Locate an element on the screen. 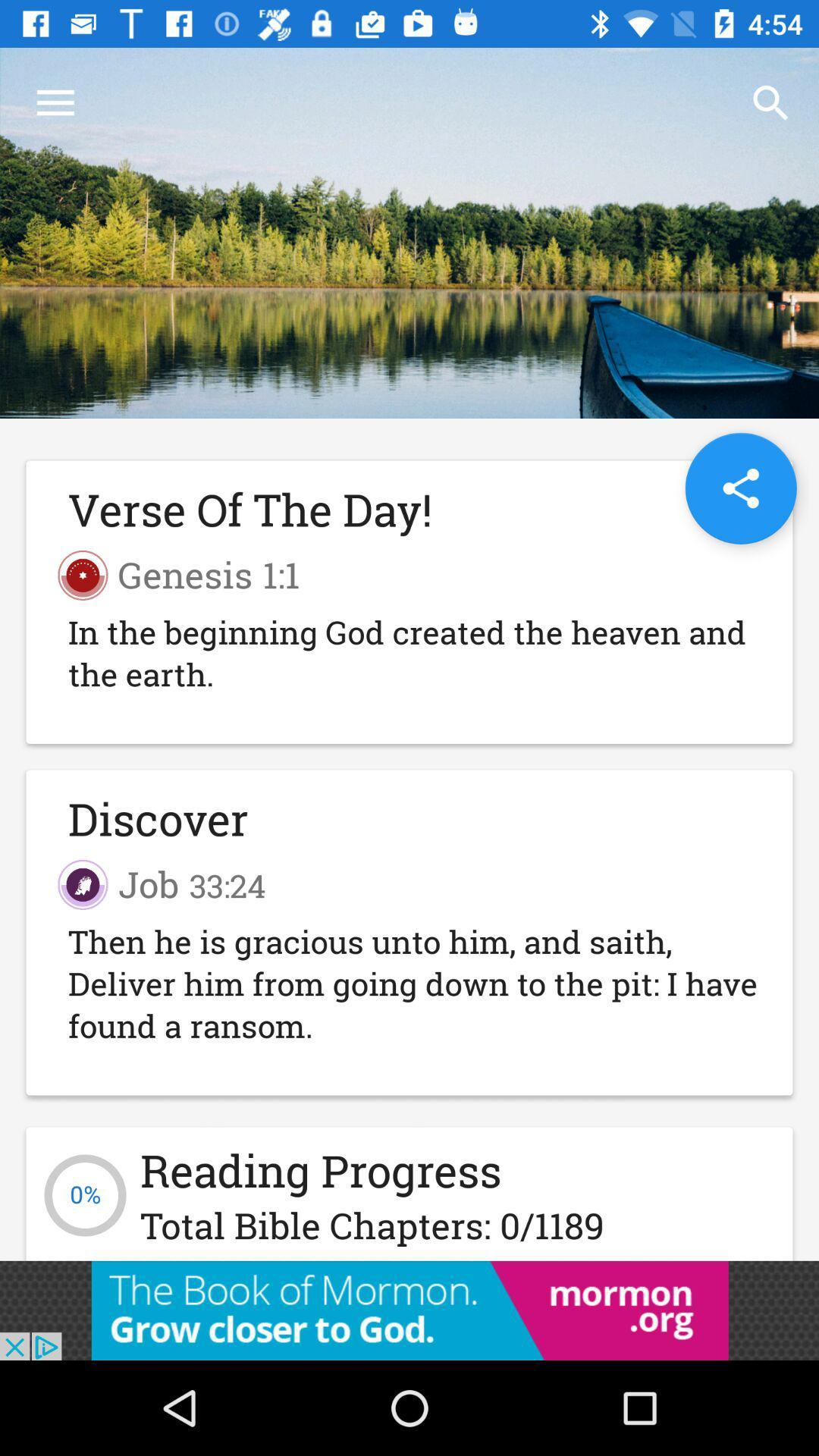  search location is located at coordinates (740, 488).